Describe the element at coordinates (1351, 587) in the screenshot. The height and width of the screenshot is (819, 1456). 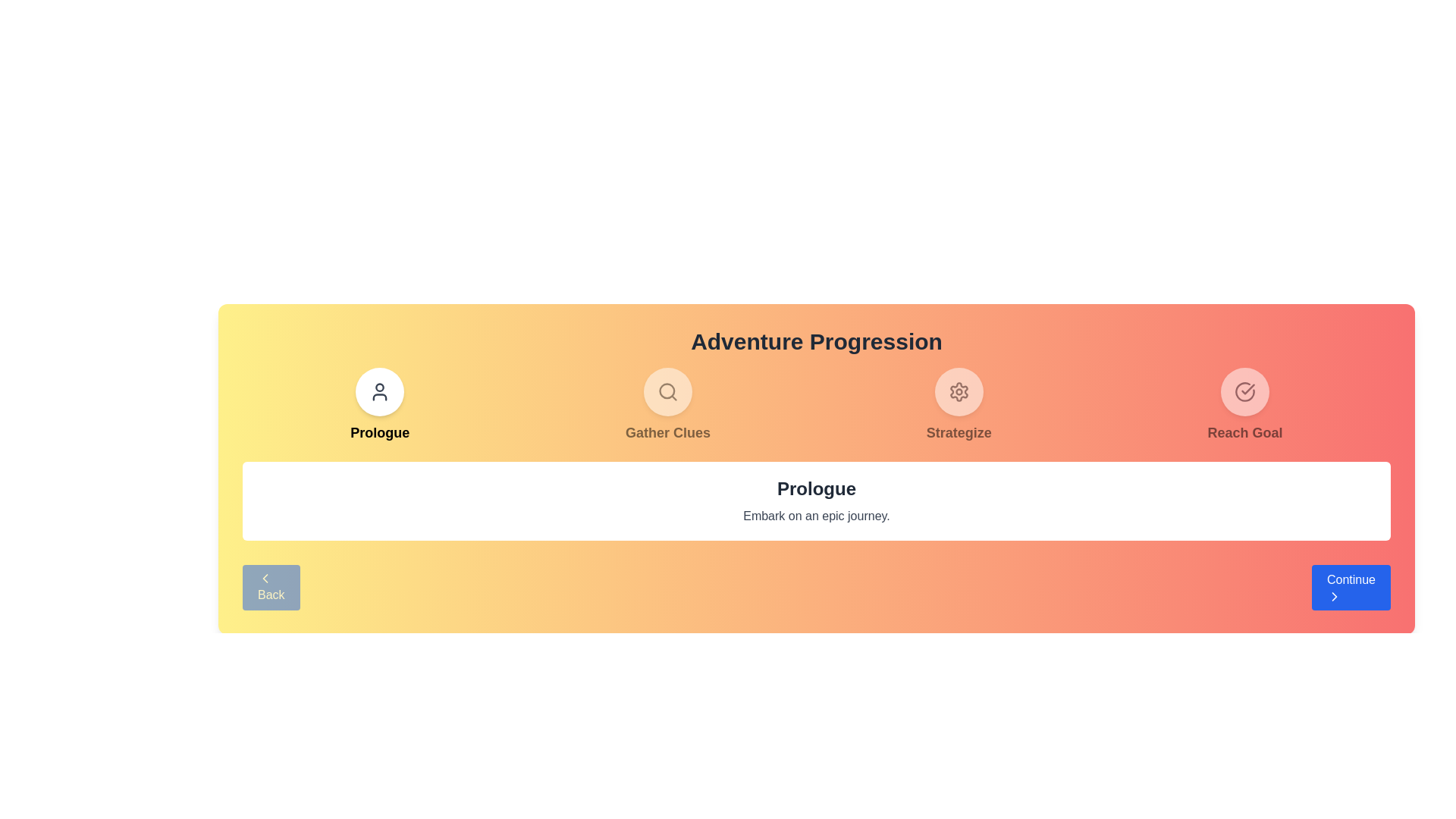
I see `the 'Continue' button to navigate to the next step` at that location.